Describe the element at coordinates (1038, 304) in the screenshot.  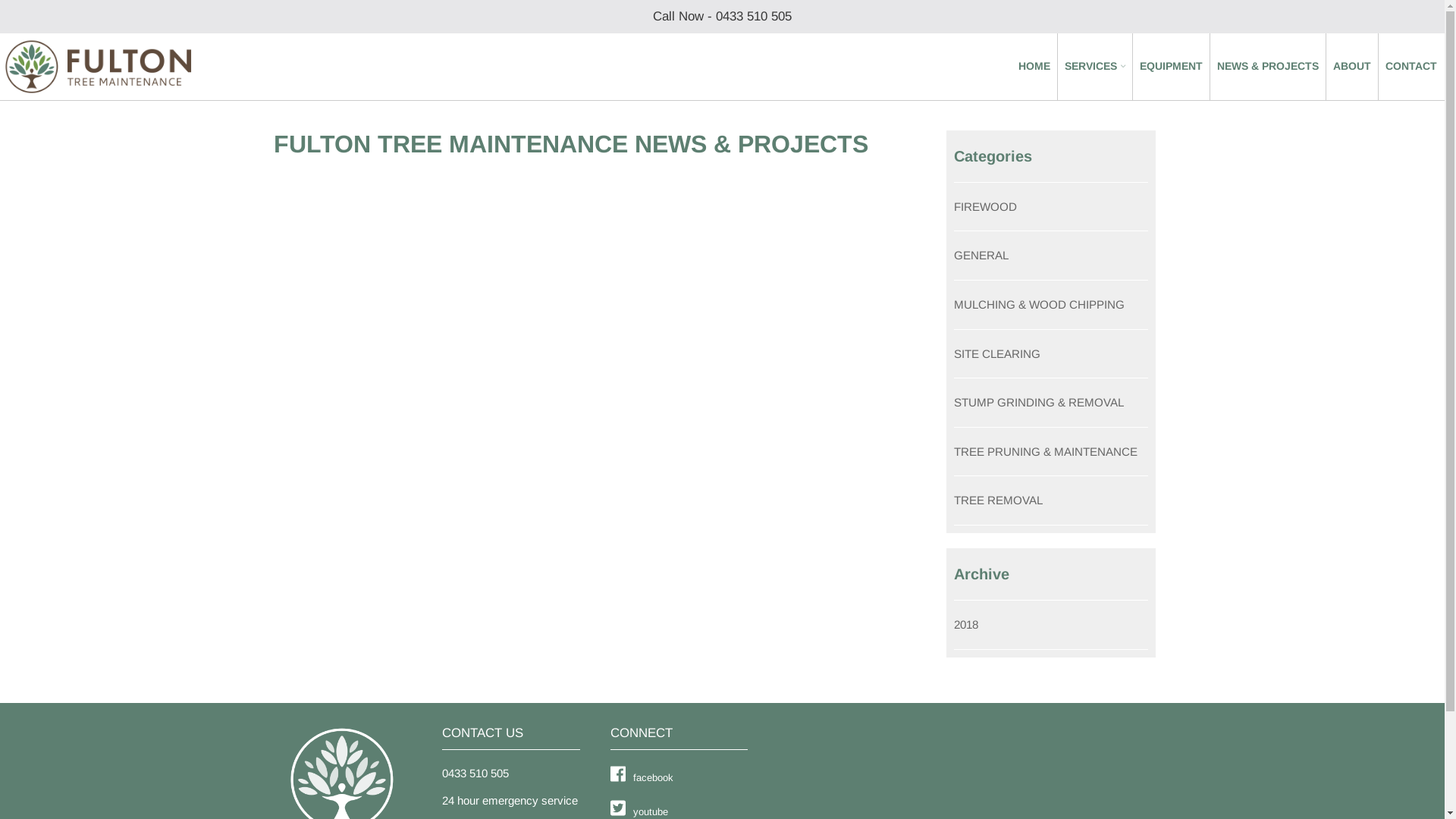
I see `'MULCHING & WOOD CHIPPING'` at that location.